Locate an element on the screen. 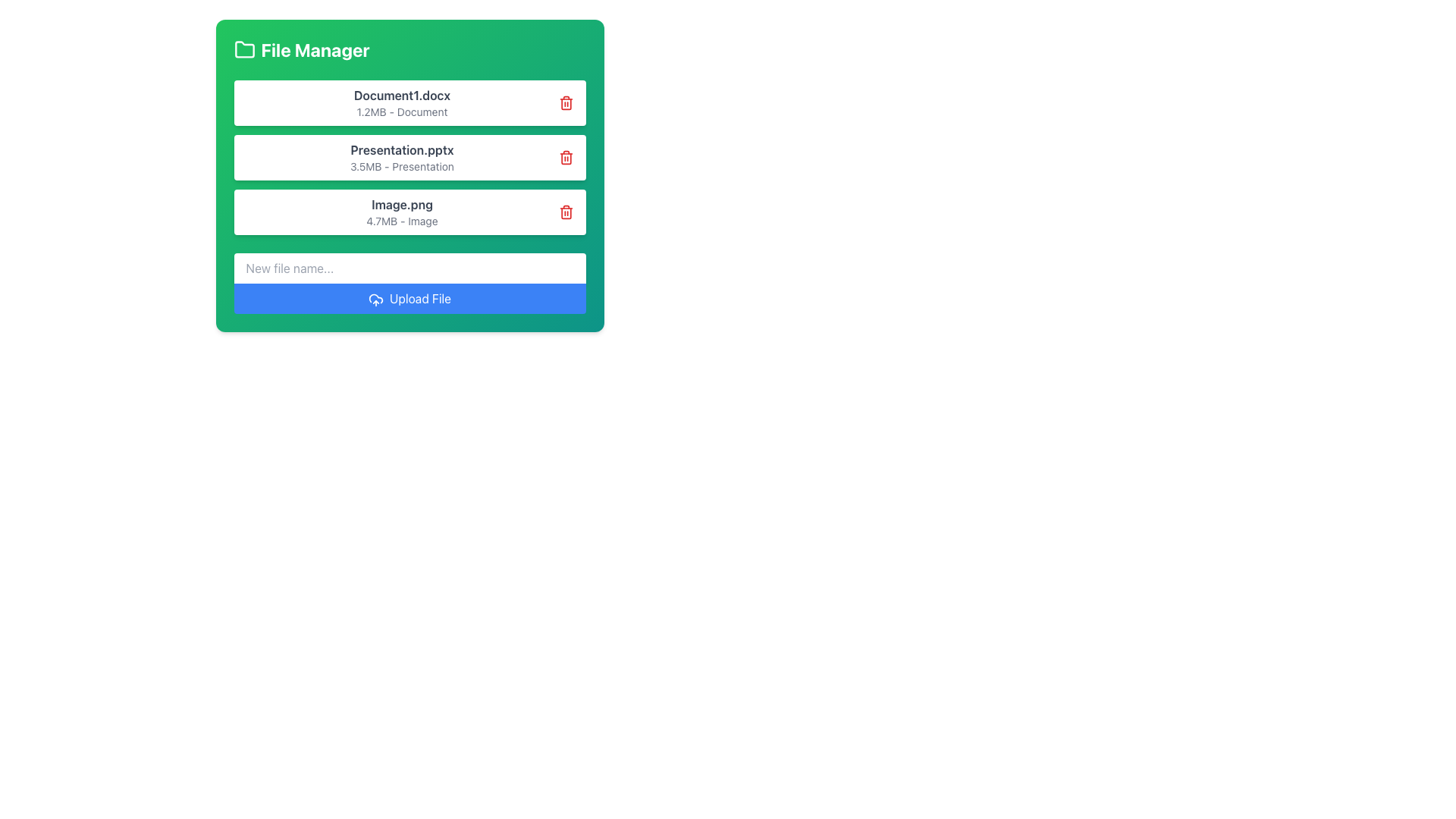 The height and width of the screenshot is (819, 1456). the bold-text label displaying the filename 'Presentation.pptx' which is centrally aligned and positioned above the descriptive text '3.5MB - Presentation' is located at coordinates (402, 149).